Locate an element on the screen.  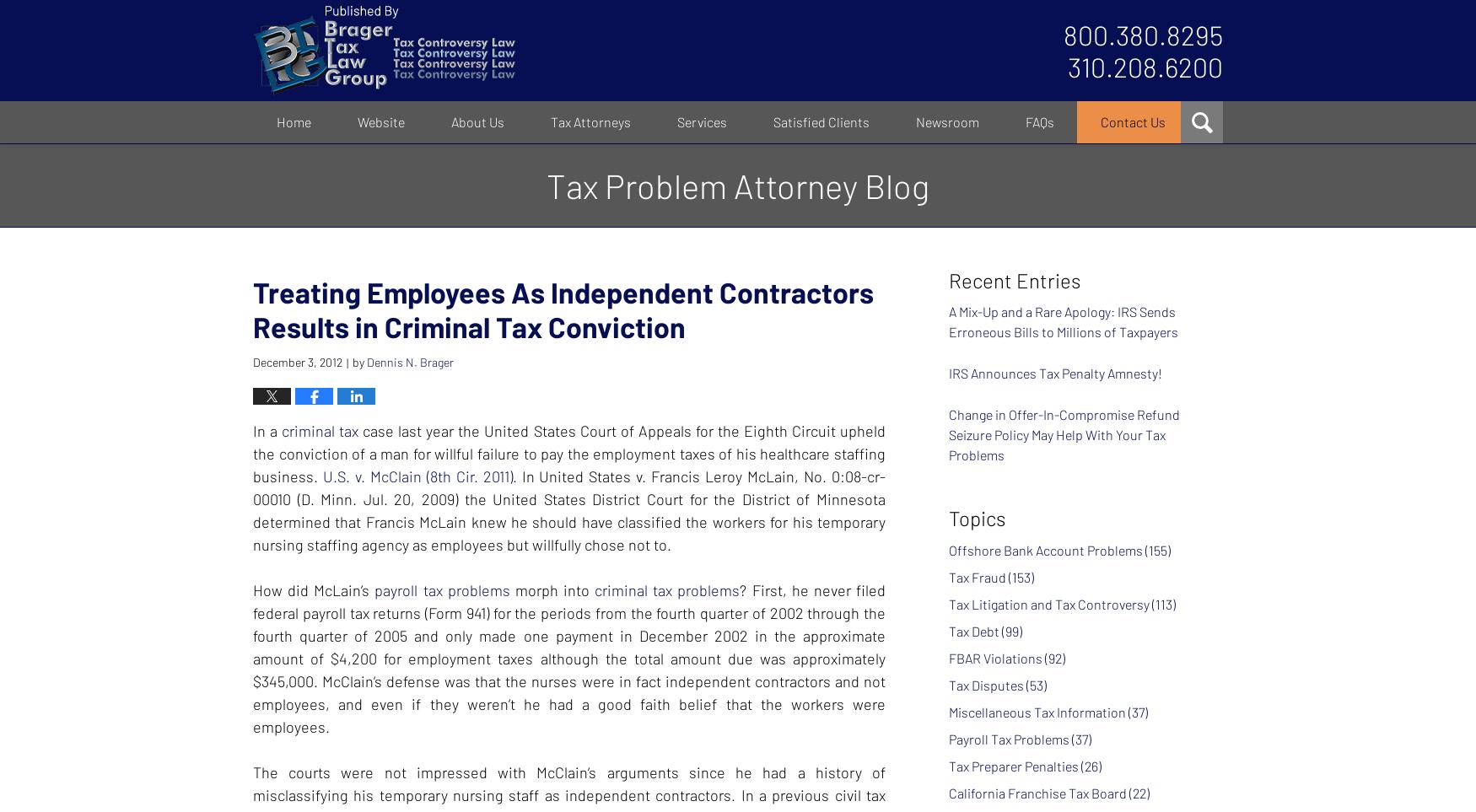
'Website' is located at coordinates (357, 121).